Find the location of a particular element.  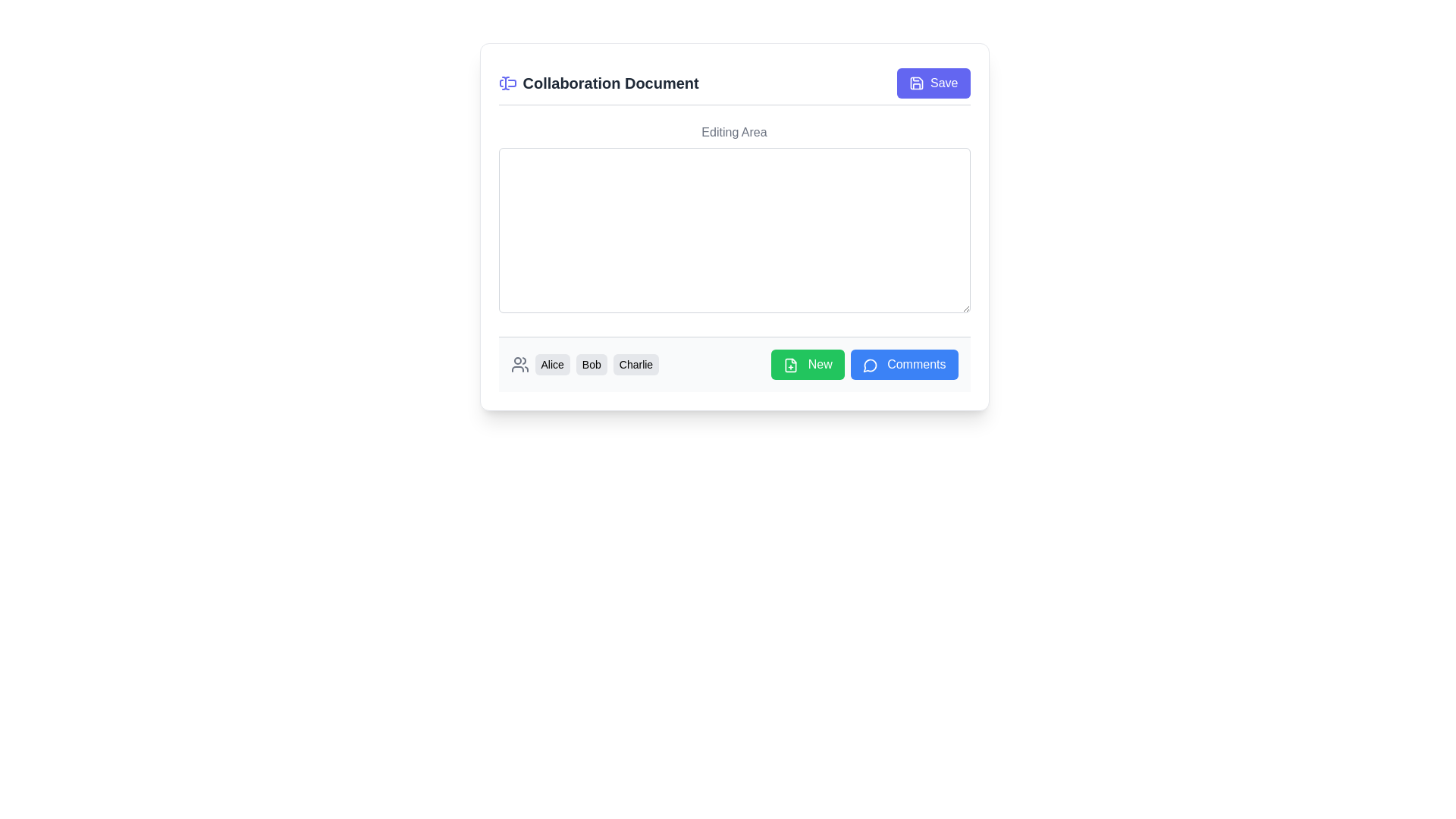

the modern green button icon located next to the text 'New' at the bottom center of the interface is located at coordinates (790, 365).